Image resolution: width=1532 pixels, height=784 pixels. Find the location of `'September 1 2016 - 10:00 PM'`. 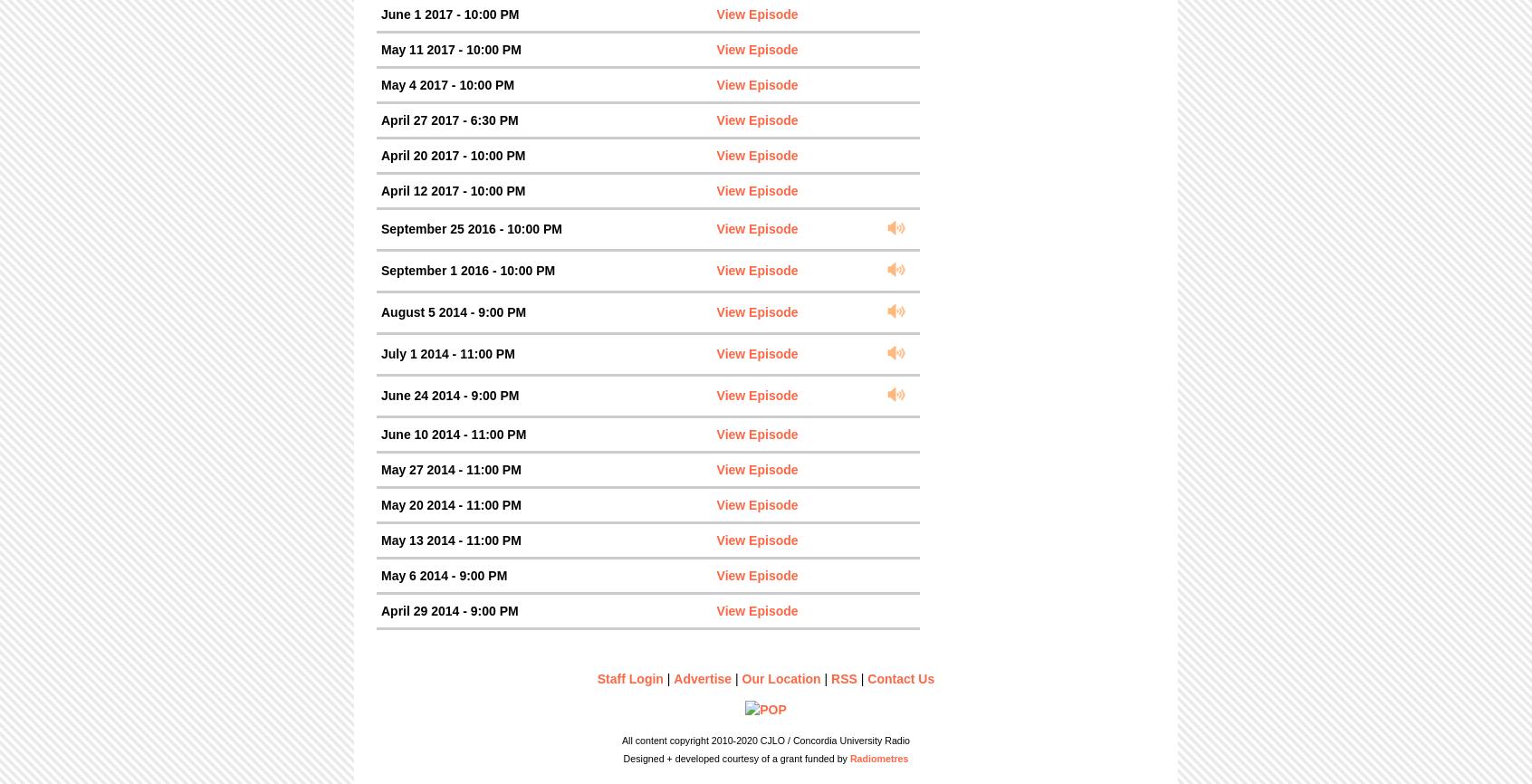

'September 1 2016 - 10:00 PM' is located at coordinates (468, 270).